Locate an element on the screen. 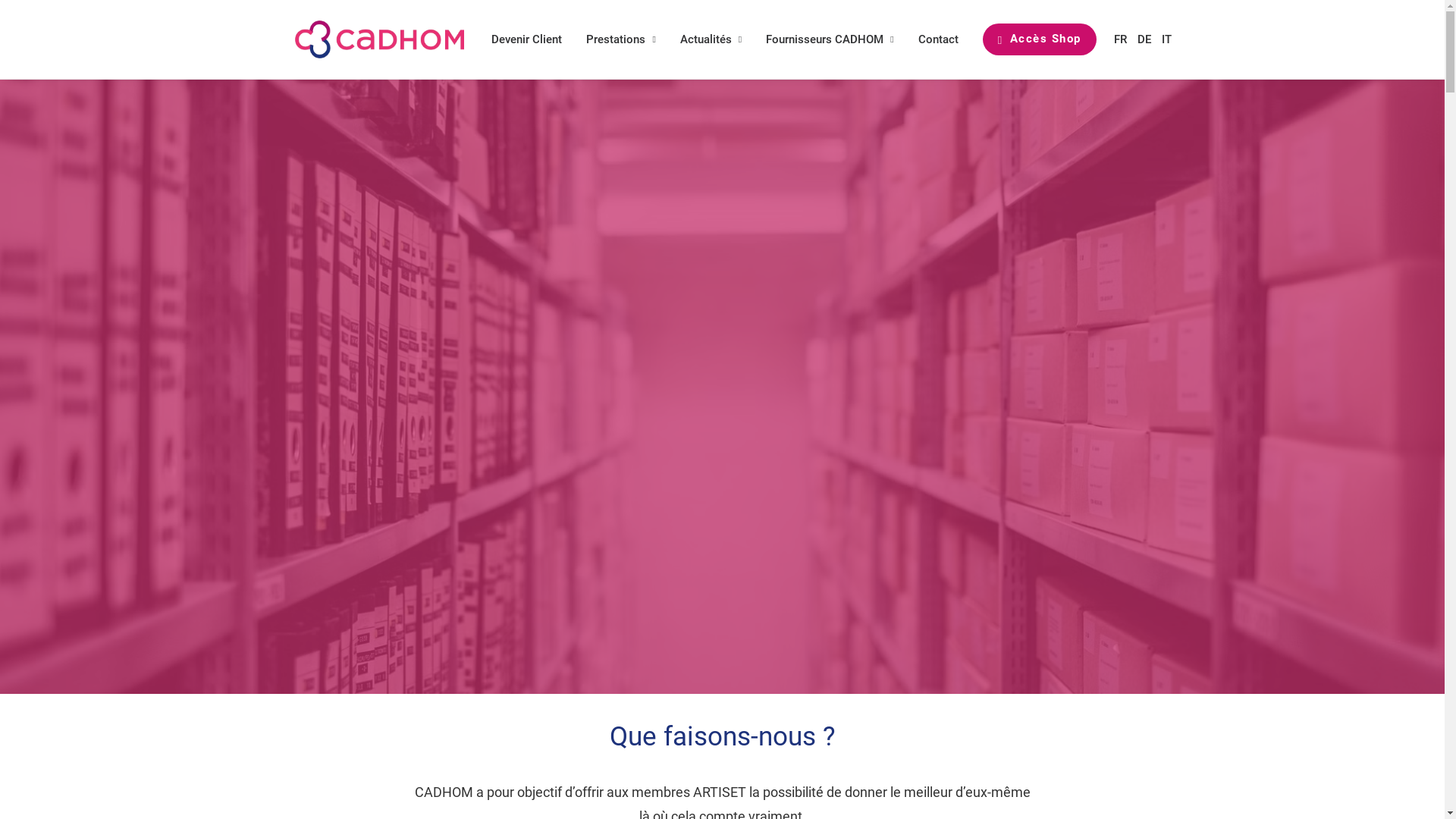 Image resolution: width=1456 pixels, height=819 pixels. 'Devenir Client' is located at coordinates (491, 38).